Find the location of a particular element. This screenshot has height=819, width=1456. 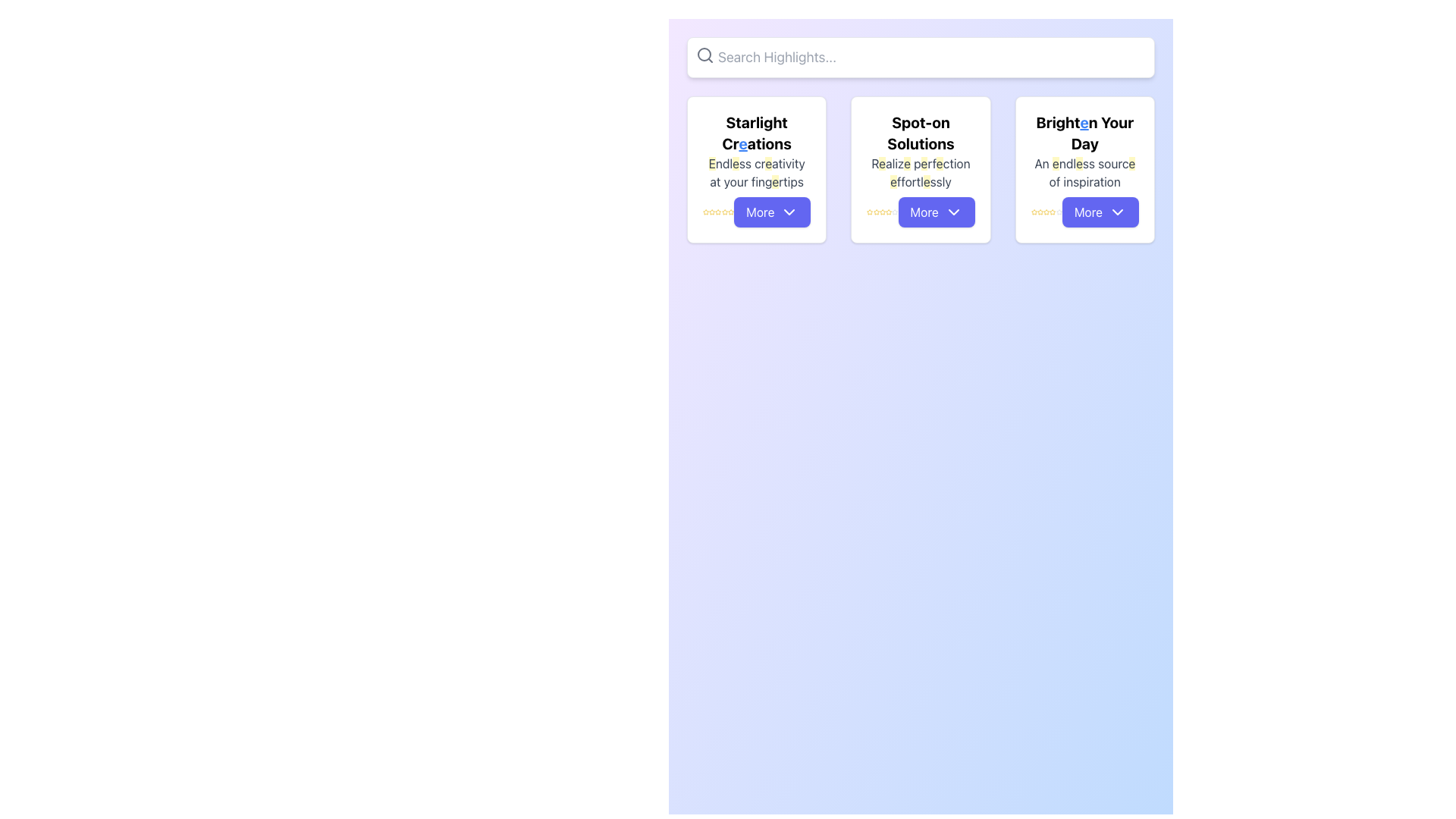

the rectangular button with rounded corners labeled 'More' located at the bottom of the 'Brighten Your Day' card is located at coordinates (1100, 212).